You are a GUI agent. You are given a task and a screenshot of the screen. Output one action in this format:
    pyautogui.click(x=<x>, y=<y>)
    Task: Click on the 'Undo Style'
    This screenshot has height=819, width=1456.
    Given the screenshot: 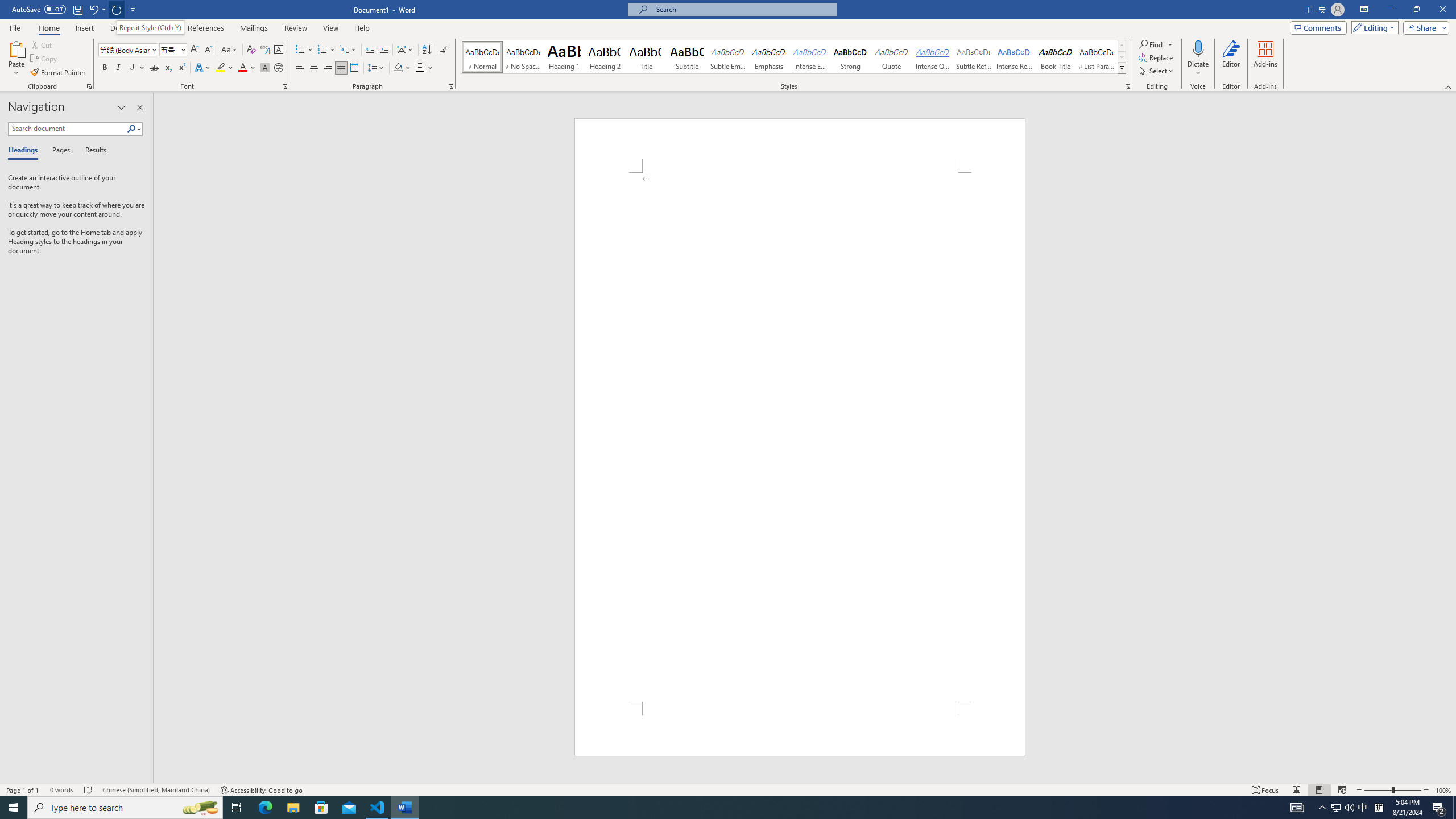 What is the action you would take?
    pyautogui.click(x=93, y=9)
    